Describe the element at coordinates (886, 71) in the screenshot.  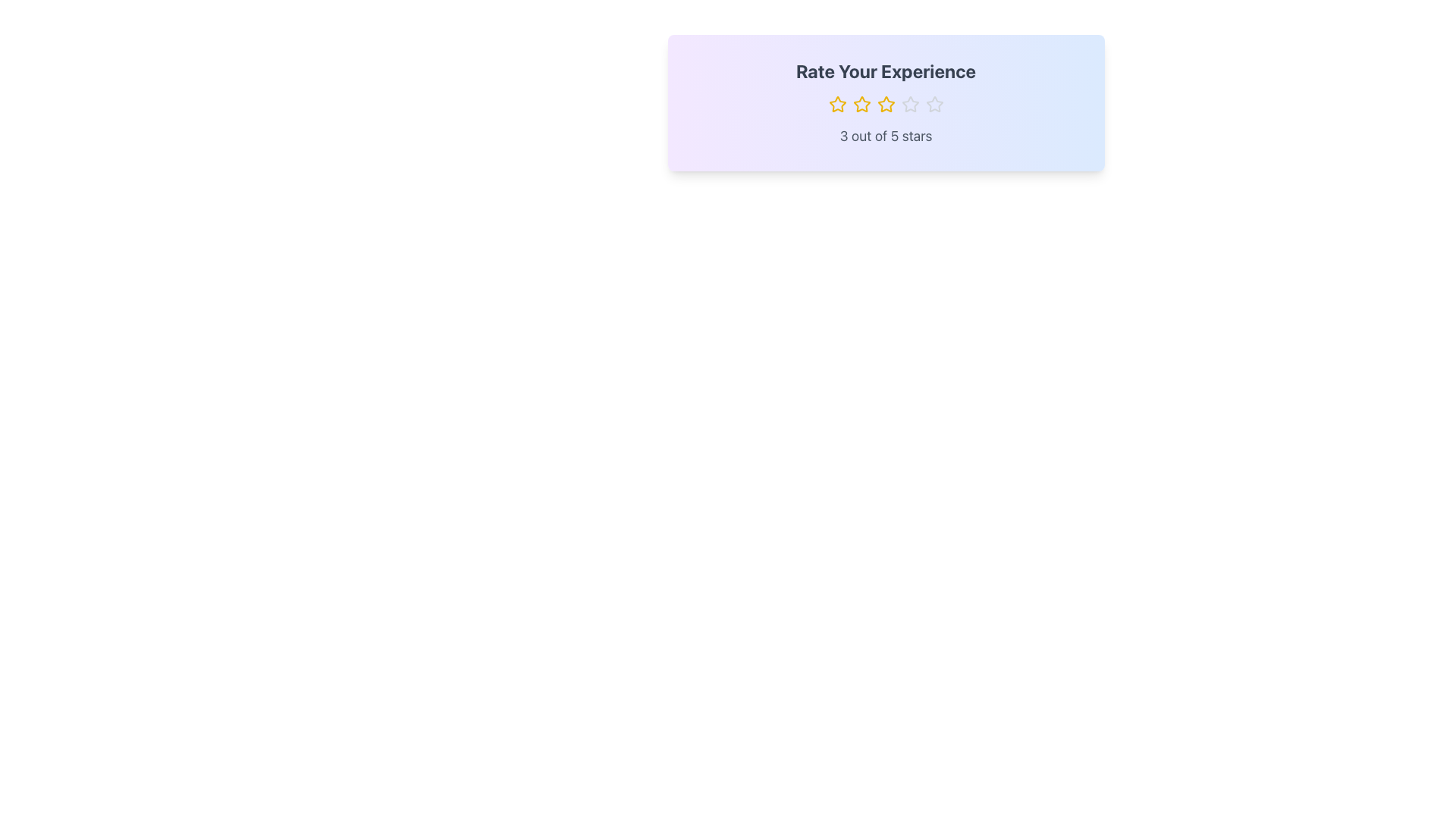
I see `the title or heading text element that serves as the context for the rating section, positioned above the star rating component` at that location.